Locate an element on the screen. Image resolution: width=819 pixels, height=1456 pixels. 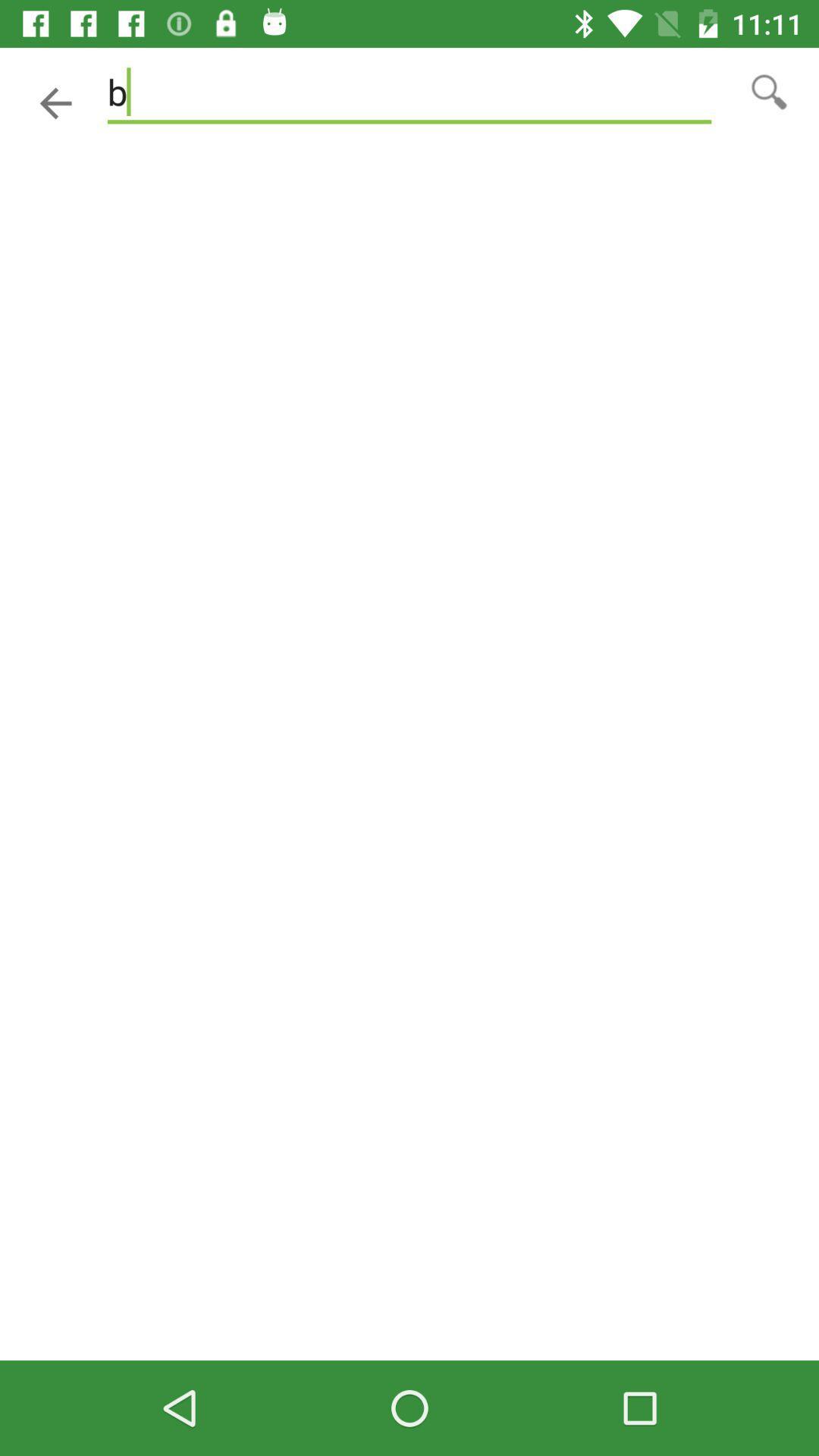
search input is located at coordinates (769, 90).